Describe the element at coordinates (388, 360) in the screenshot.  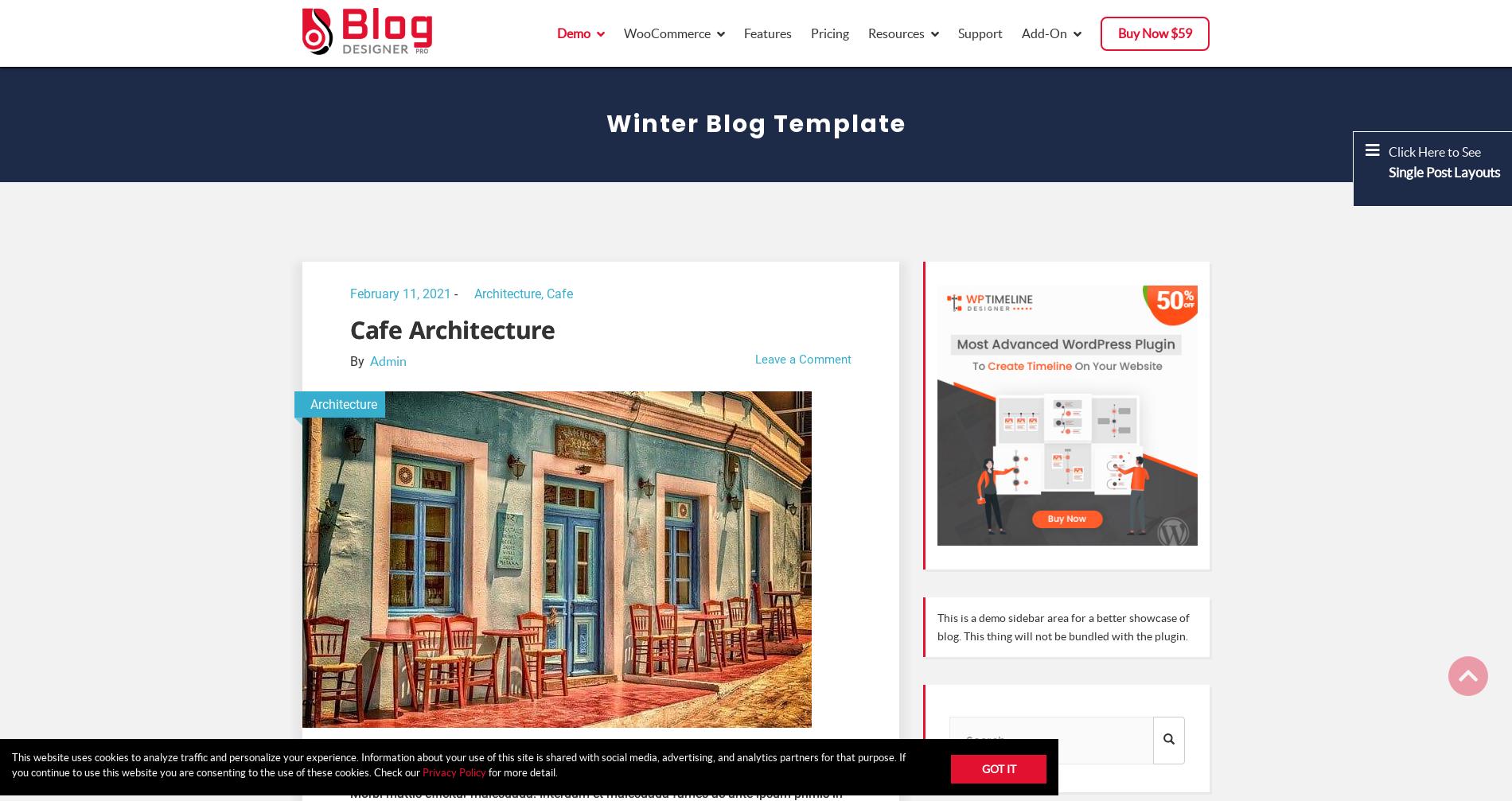
I see `'Admin'` at that location.